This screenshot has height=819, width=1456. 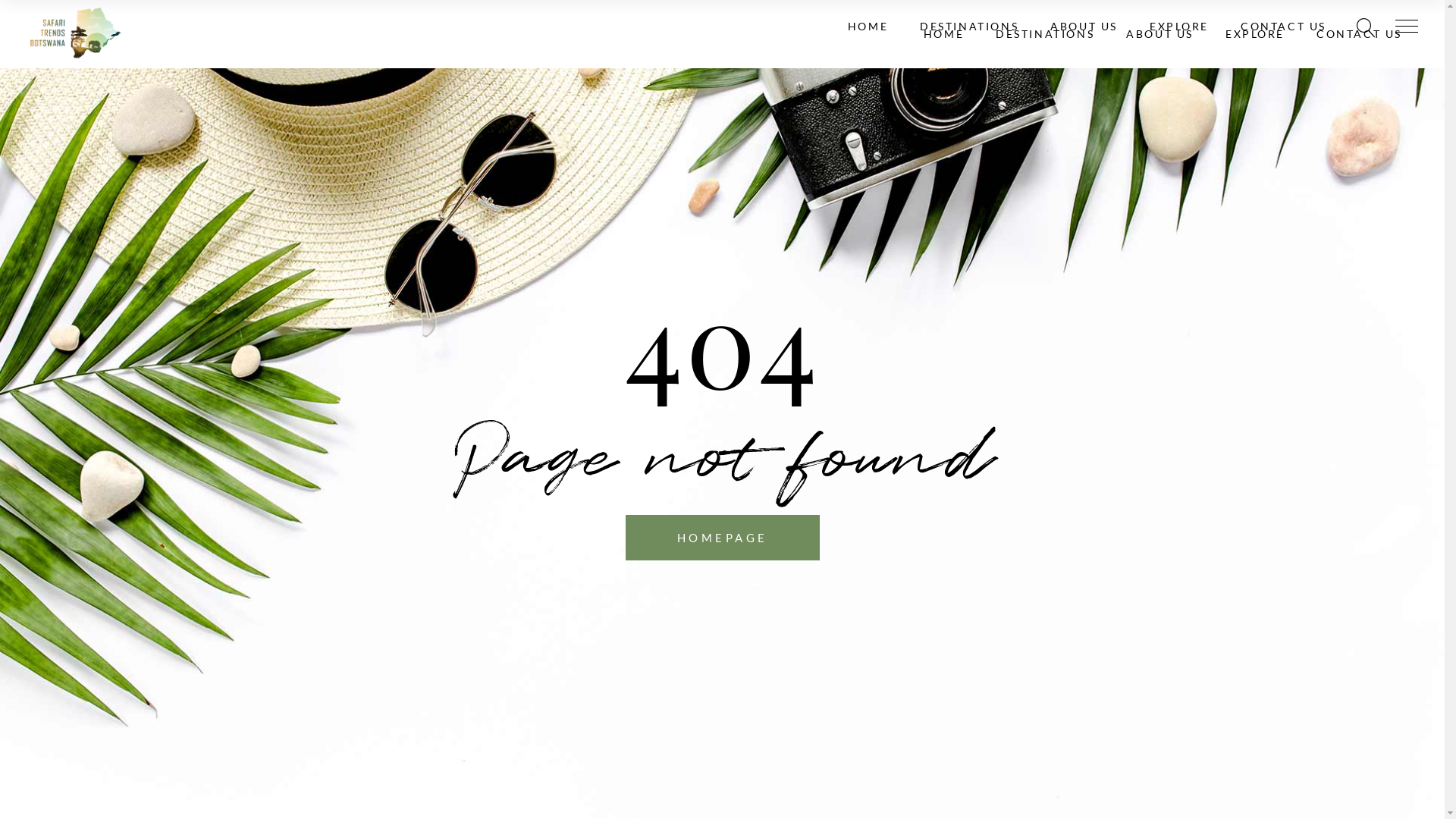 I want to click on 'HOME', so click(x=868, y=26).